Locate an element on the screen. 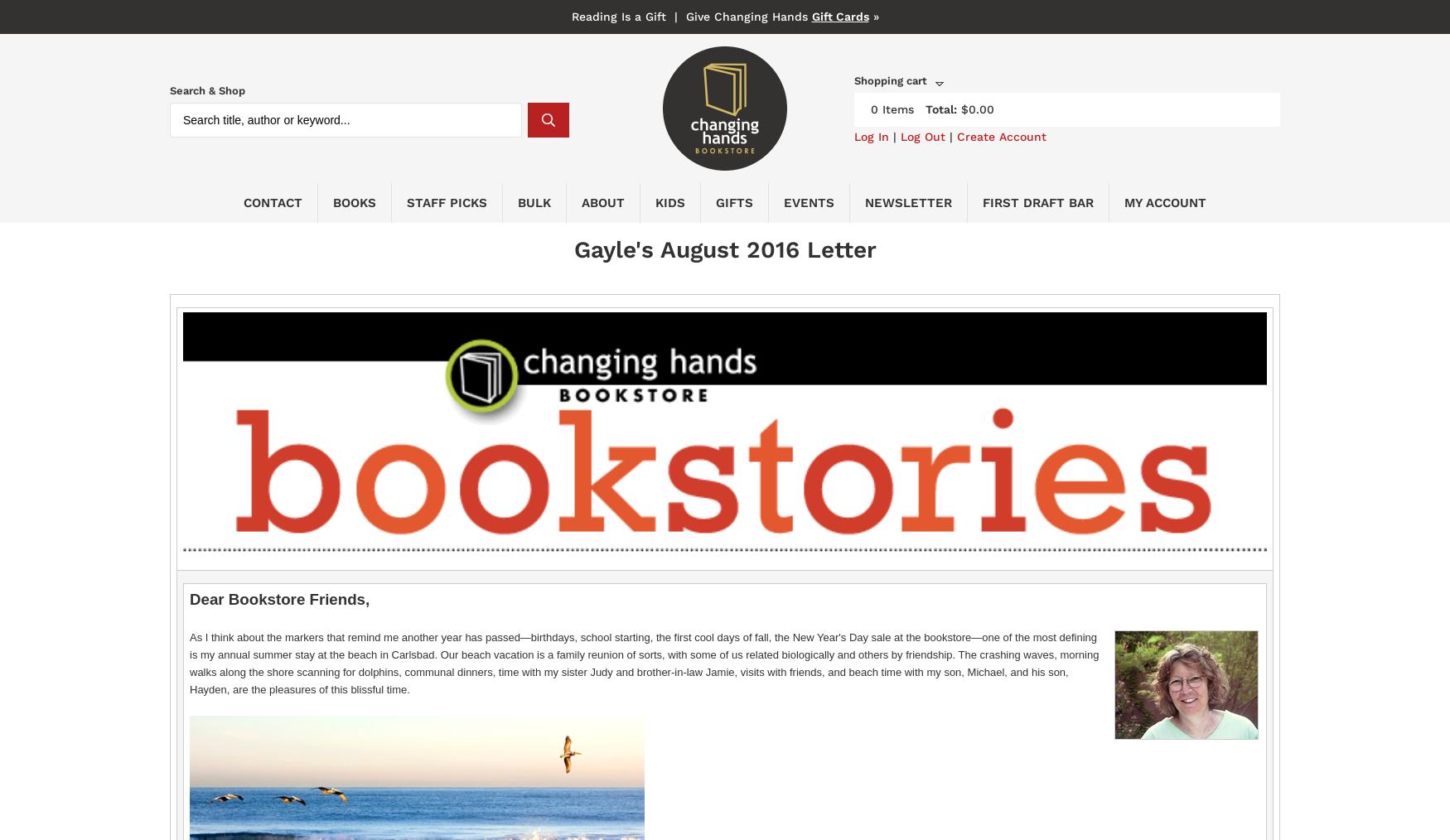 The width and height of the screenshot is (1450, 840). 'NEWSLETTER' is located at coordinates (908, 201).